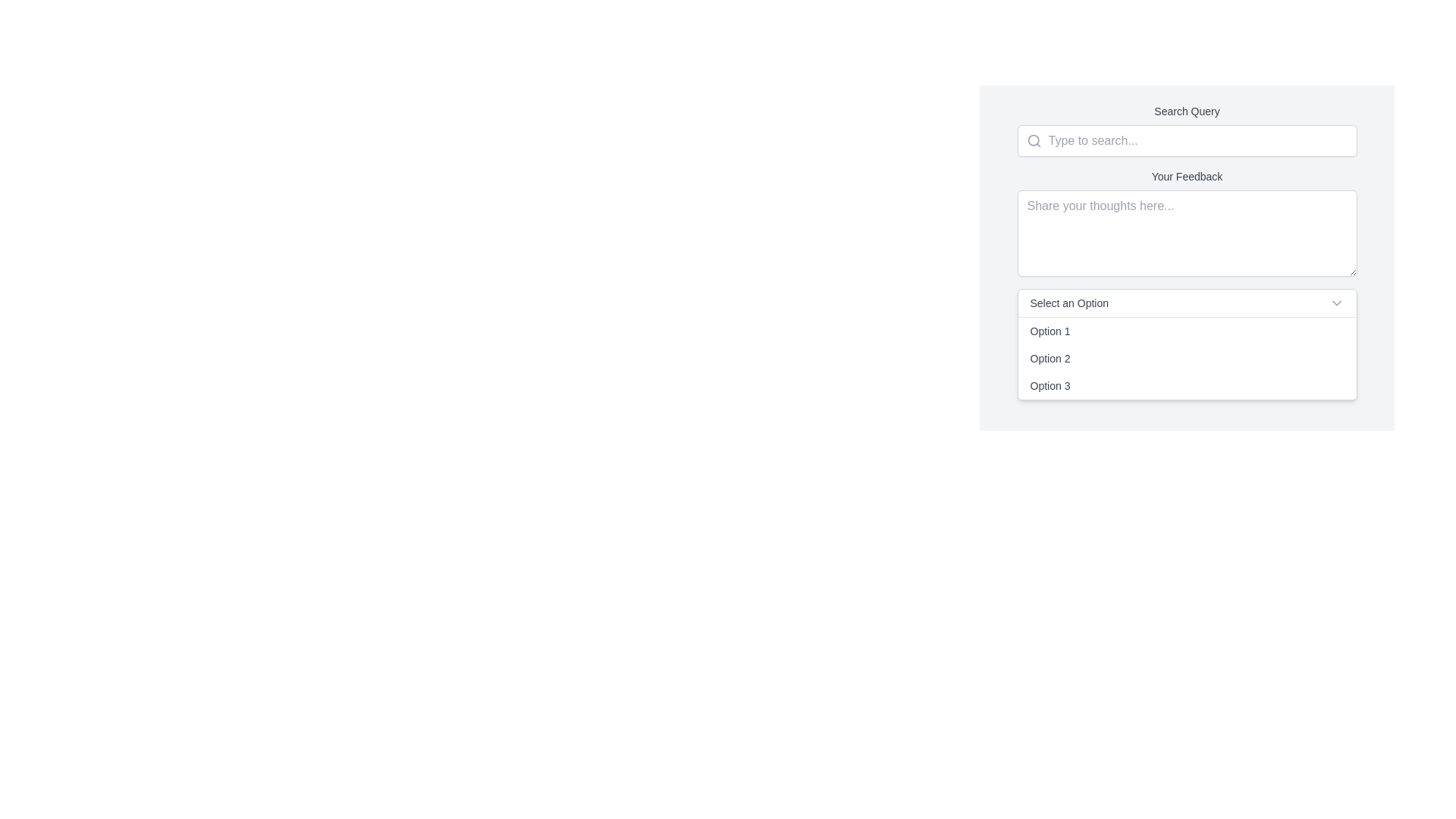 This screenshot has height=819, width=1456. I want to click on the downward-facing gray arrow icon of the Dropdown toggle button located at the far right of the 'Select an Option' text, so click(1336, 303).